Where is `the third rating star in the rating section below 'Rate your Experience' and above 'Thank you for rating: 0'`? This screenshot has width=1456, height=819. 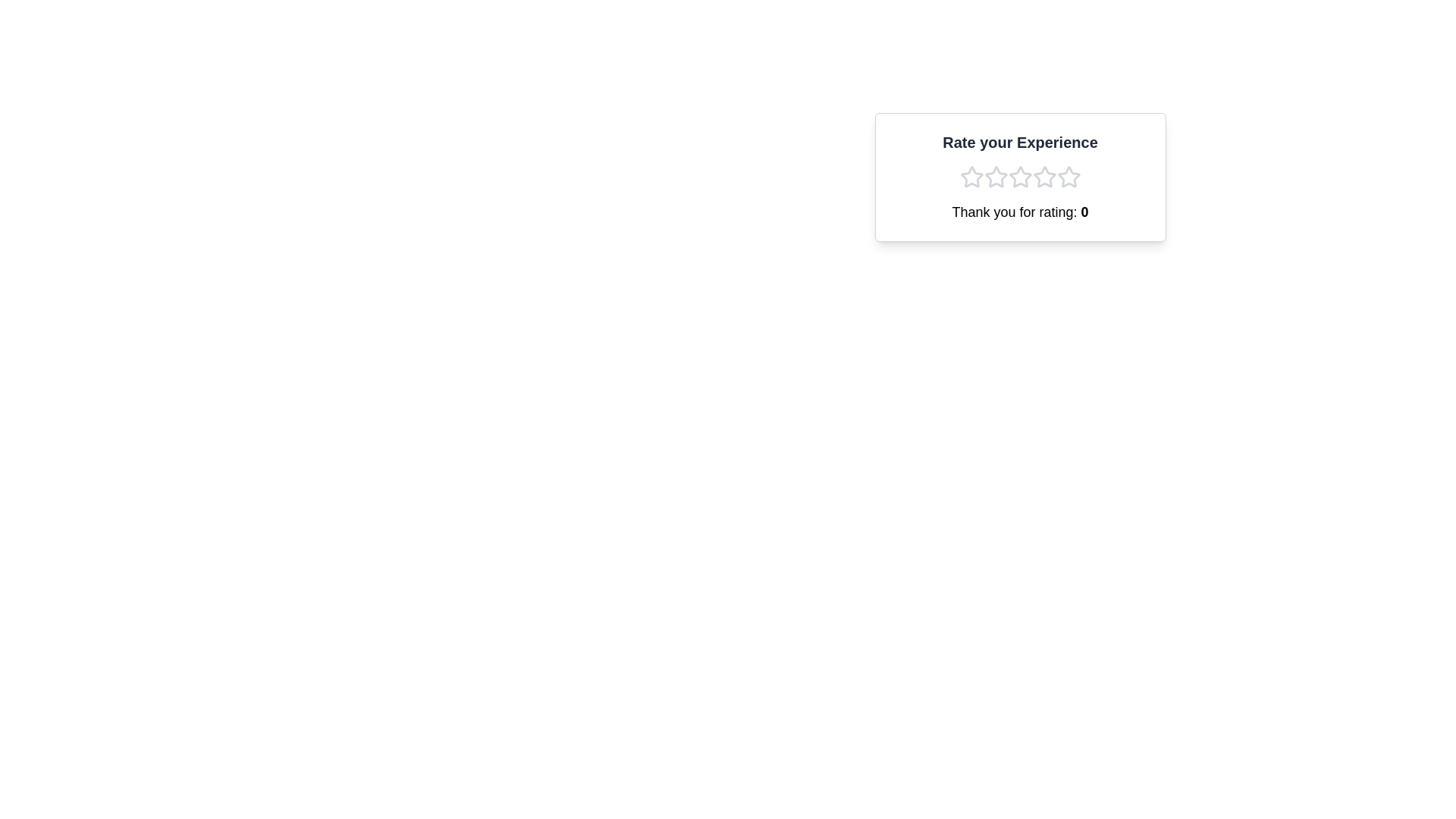
the third rating star in the rating section below 'Rate your Experience' and above 'Thank you for rating: 0' is located at coordinates (1020, 177).